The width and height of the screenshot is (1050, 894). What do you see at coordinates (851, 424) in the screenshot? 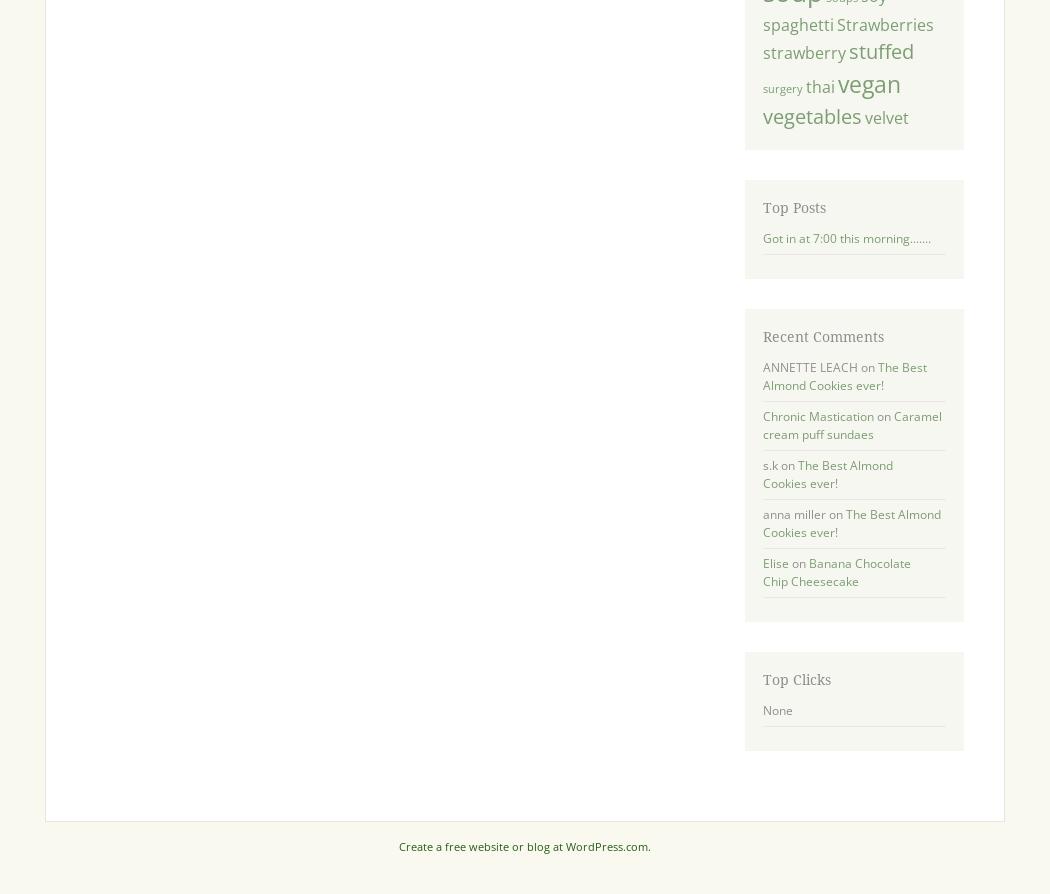
I see `'Caramel cream puff sundaes'` at bounding box center [851, 424].